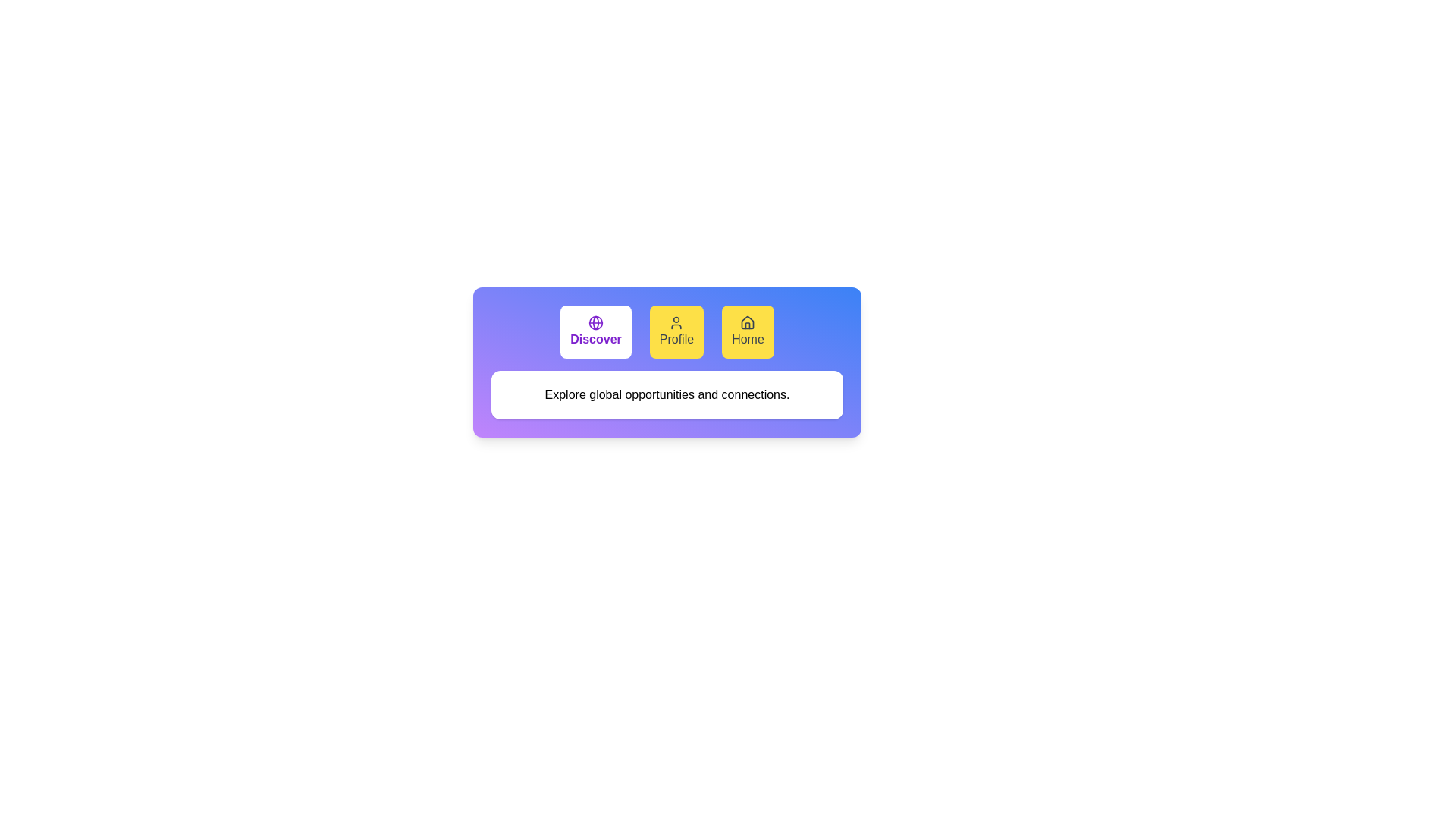 The image size is (1456, 819). Describe the element at coordinates (667, 394) in the screenshot. I see `the white background text block with rounded corners that contains the text 'Explore global opportunities and connections.' positioned centrally below the buttons 'Discover', 'Profile', and 'Home'` at that location.